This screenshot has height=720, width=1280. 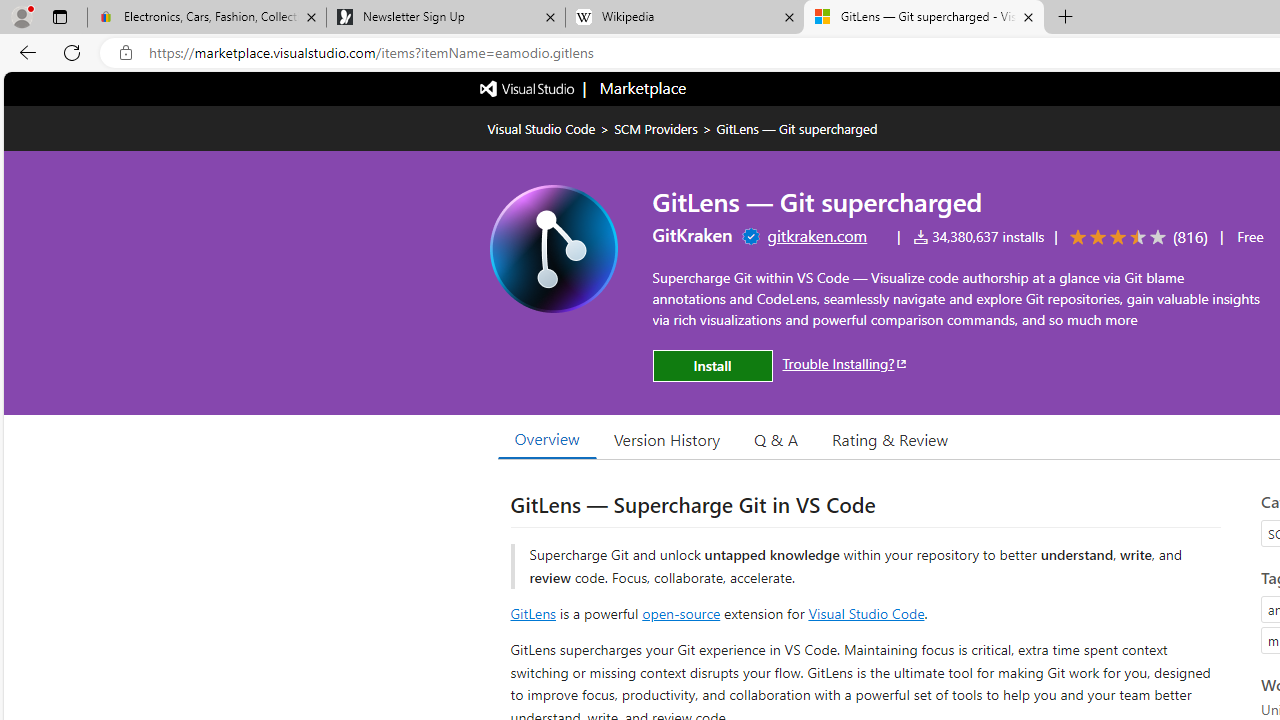 I want to click on 'Visual Studio Code', so click(x=866, y=612).